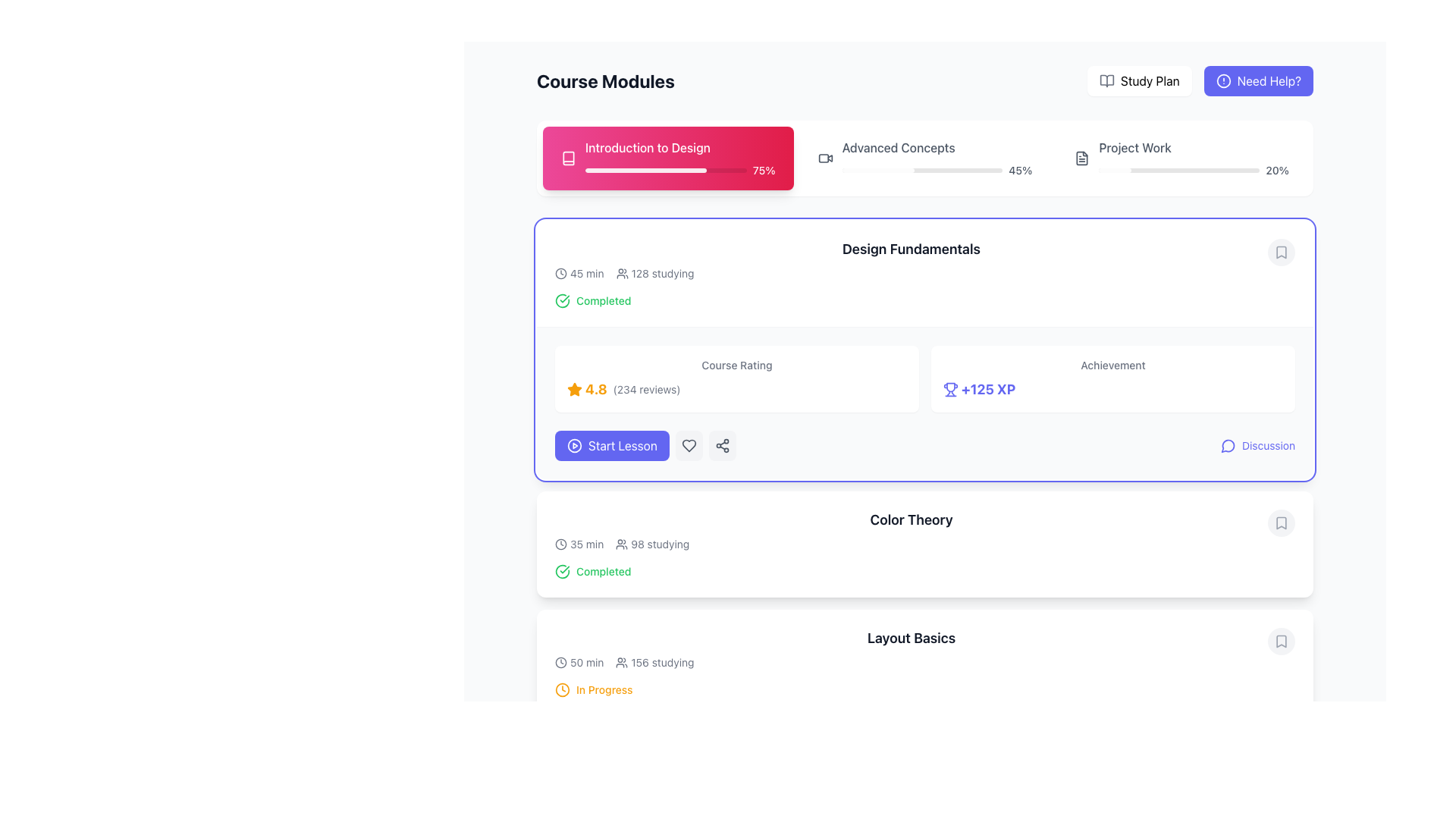 The height and width of the screenshot is (819, 1456). Describe the element at coordinates (560, 662) in the screenshot. I see `the Icon (Clock) that visually represents the concept of time, which is located to the left of the text '50 min'` at that location.